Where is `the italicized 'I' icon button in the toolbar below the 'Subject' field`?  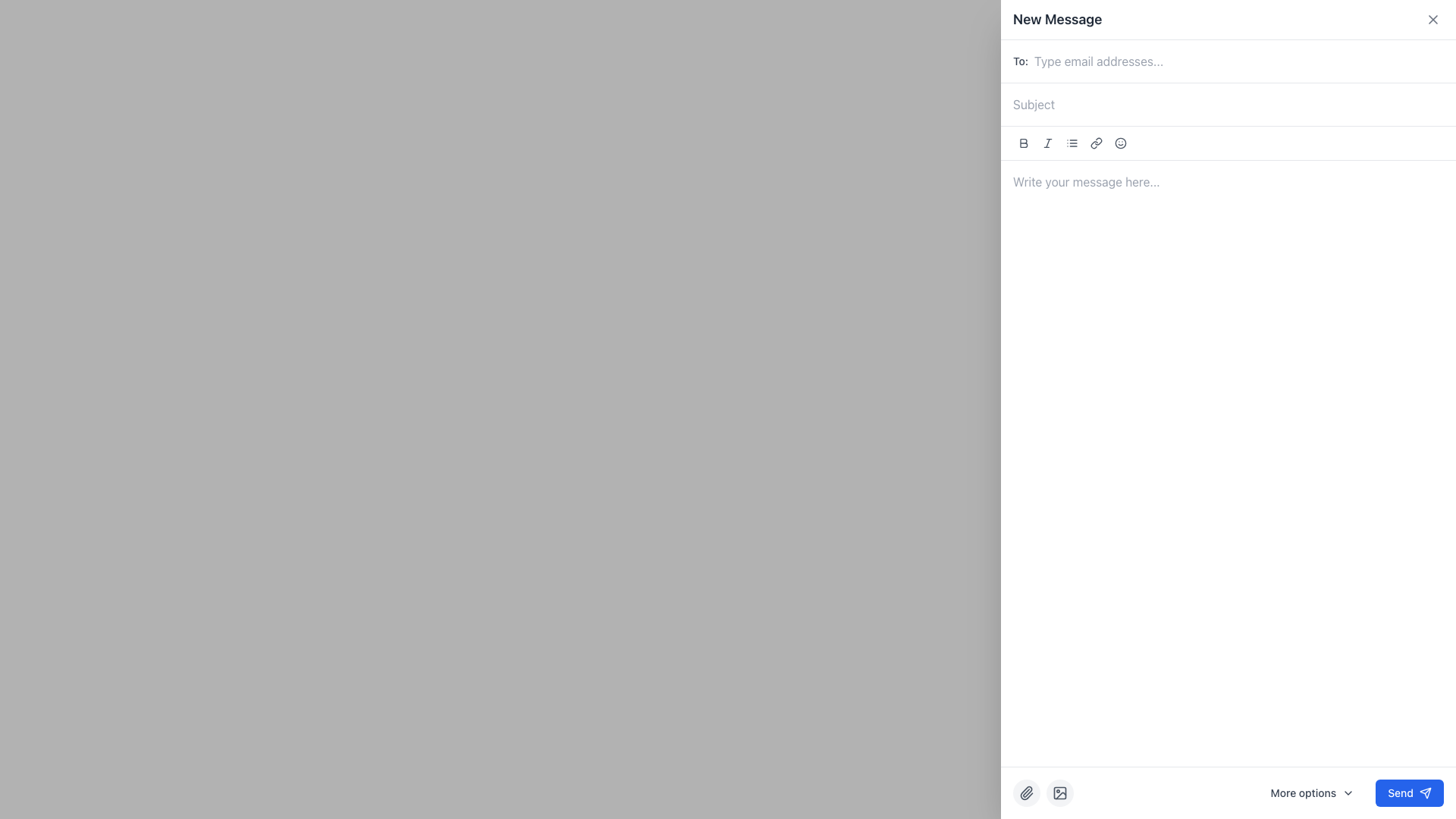
the italicized 'I' icon button in the toolbar below the 'Subject' field is located at coordinates (1047, 143).